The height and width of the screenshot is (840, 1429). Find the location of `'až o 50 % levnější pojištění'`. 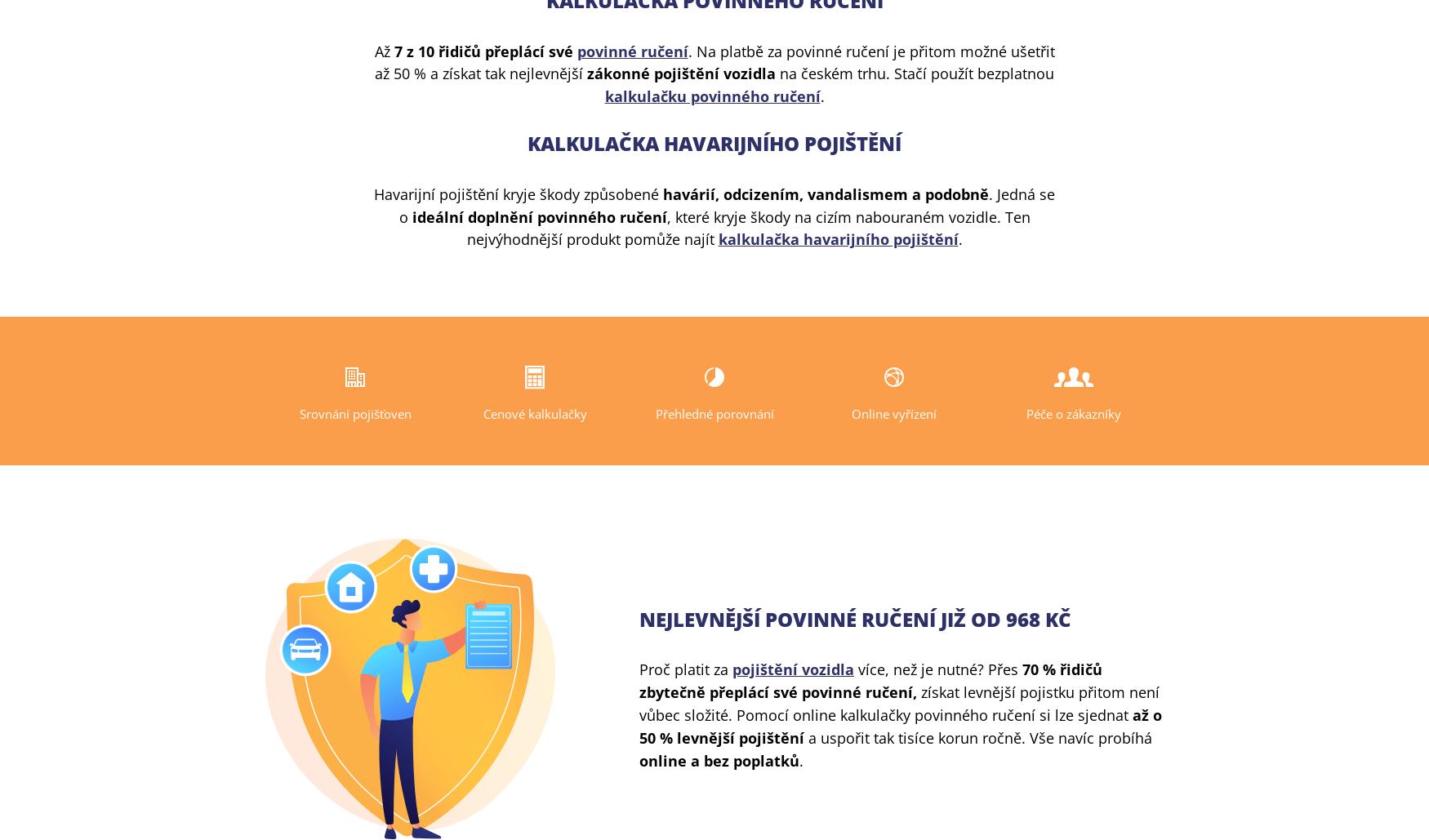

'až o 50 % levnější pojištění' is located at coordinates (901, 725).